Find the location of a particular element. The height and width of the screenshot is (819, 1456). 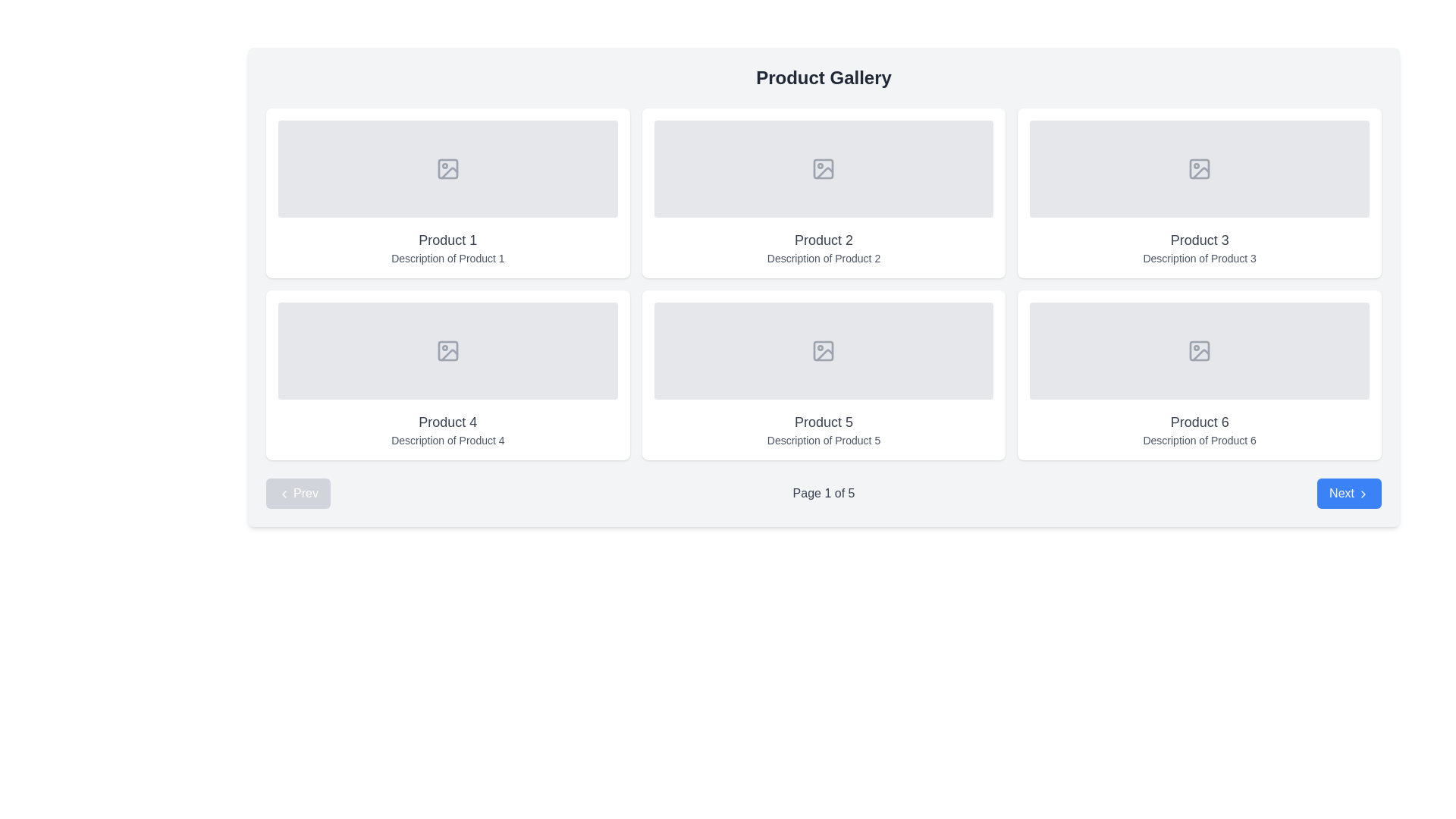

the text label displaying 'Product 2', which is located beneath the header 'Product Gallery' and above the description 'Description of Product 2' is located at coordinates (823, 239).